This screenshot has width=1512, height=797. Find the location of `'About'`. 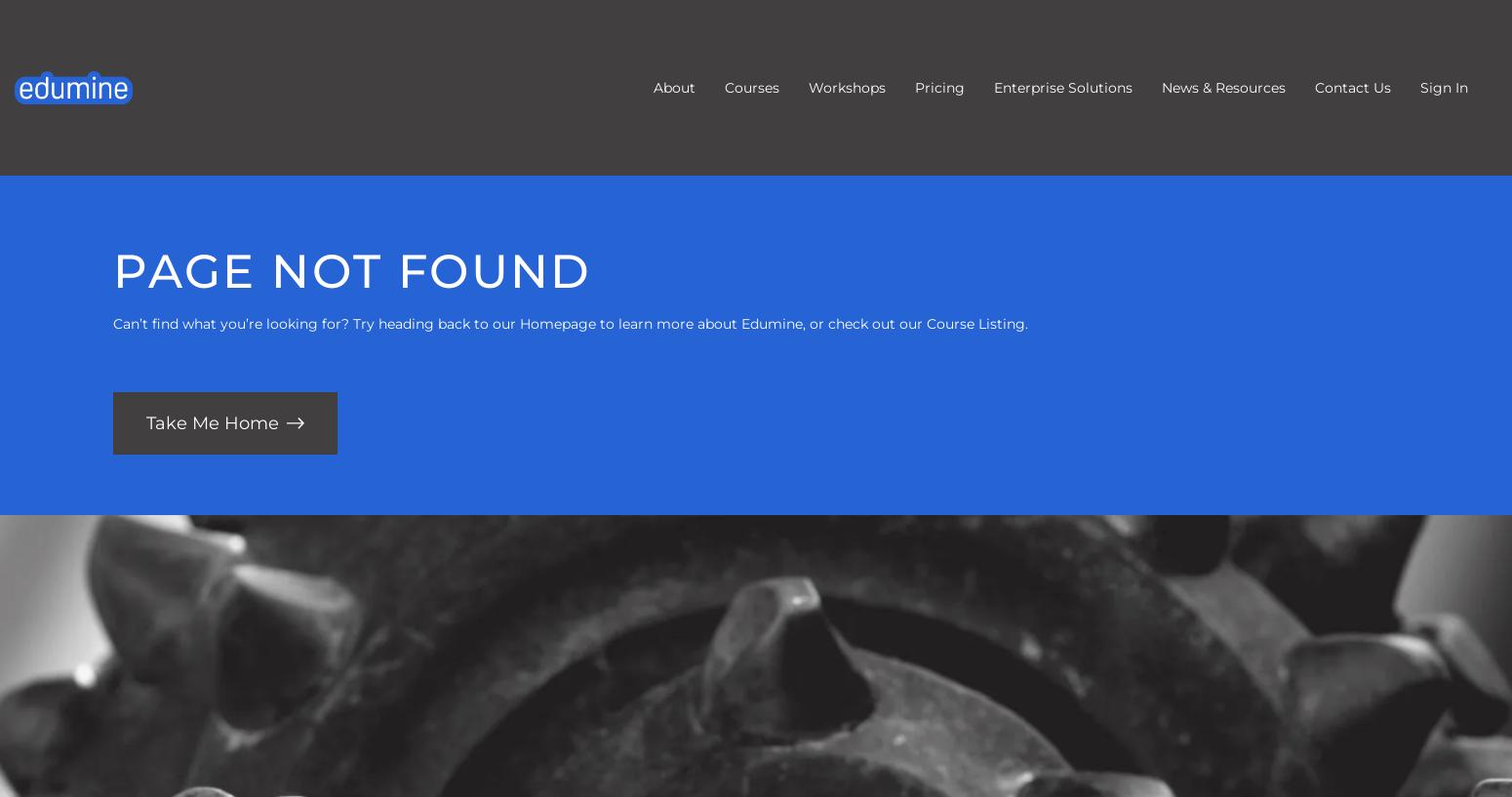

'About' is located at coordinates (673, 88).